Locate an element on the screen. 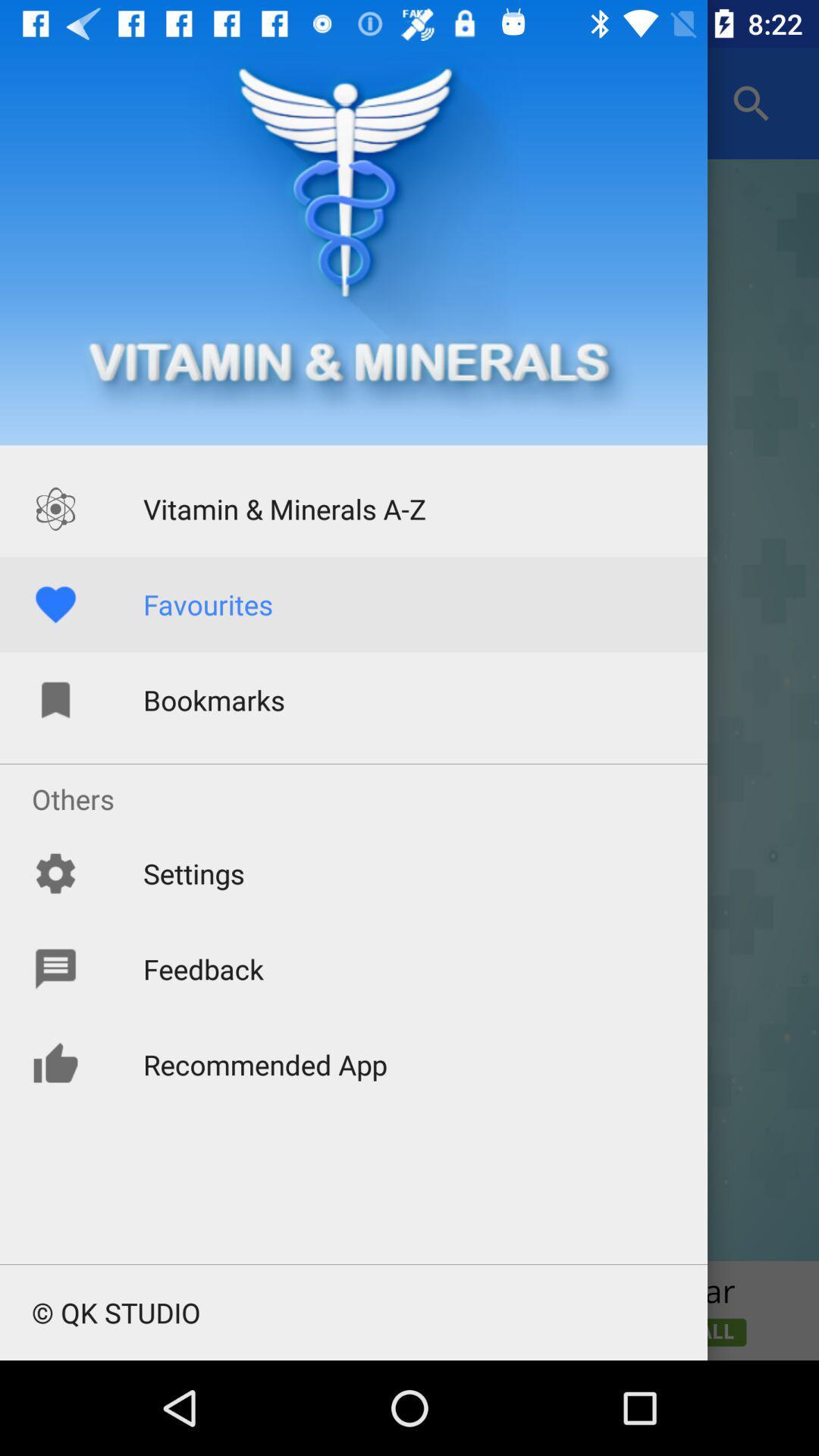  icon left to bookmarks is located at coordinates (55, 699).